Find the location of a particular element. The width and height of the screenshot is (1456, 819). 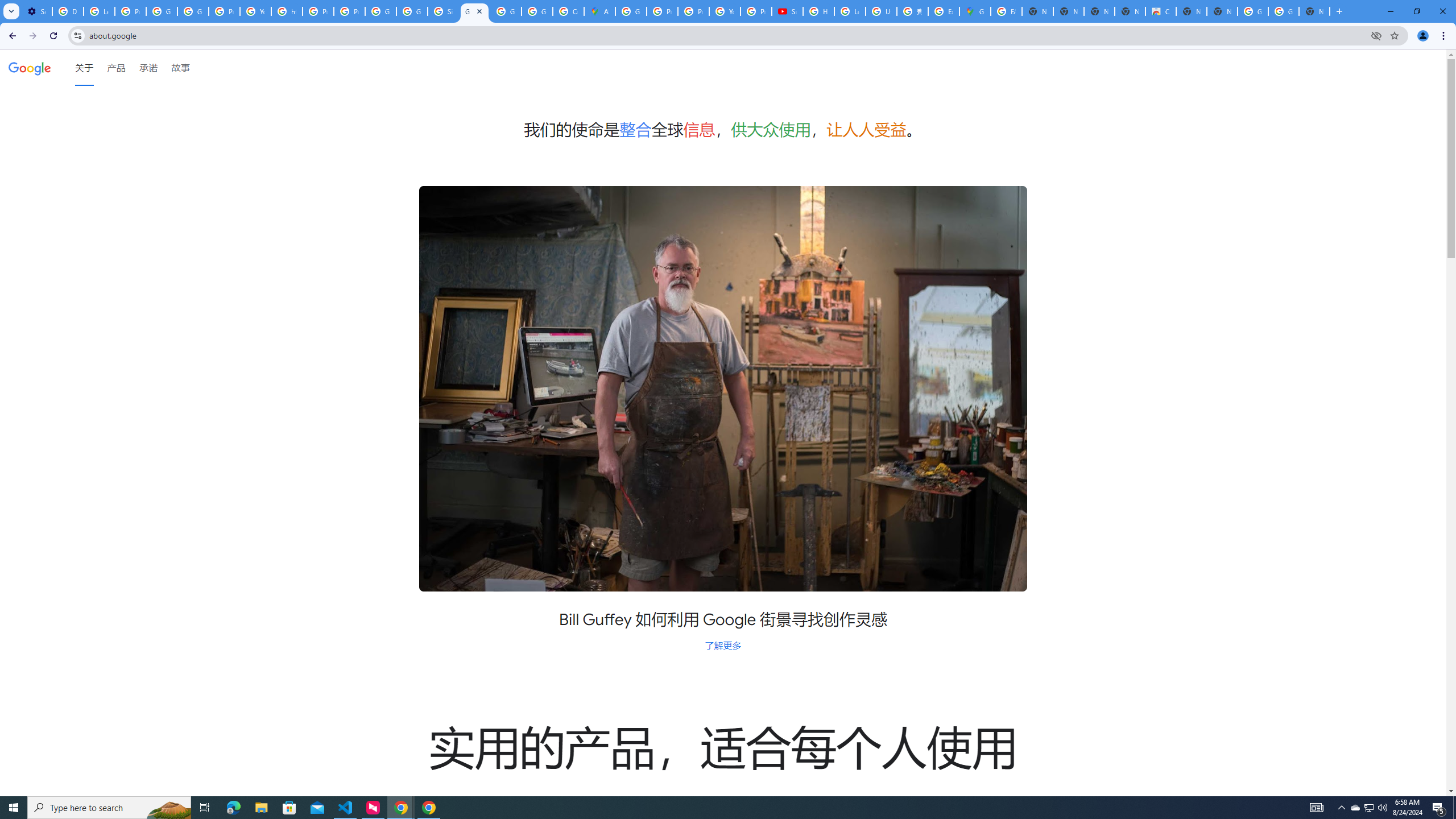

'New Tab' is located at coordinates (1314, 11).